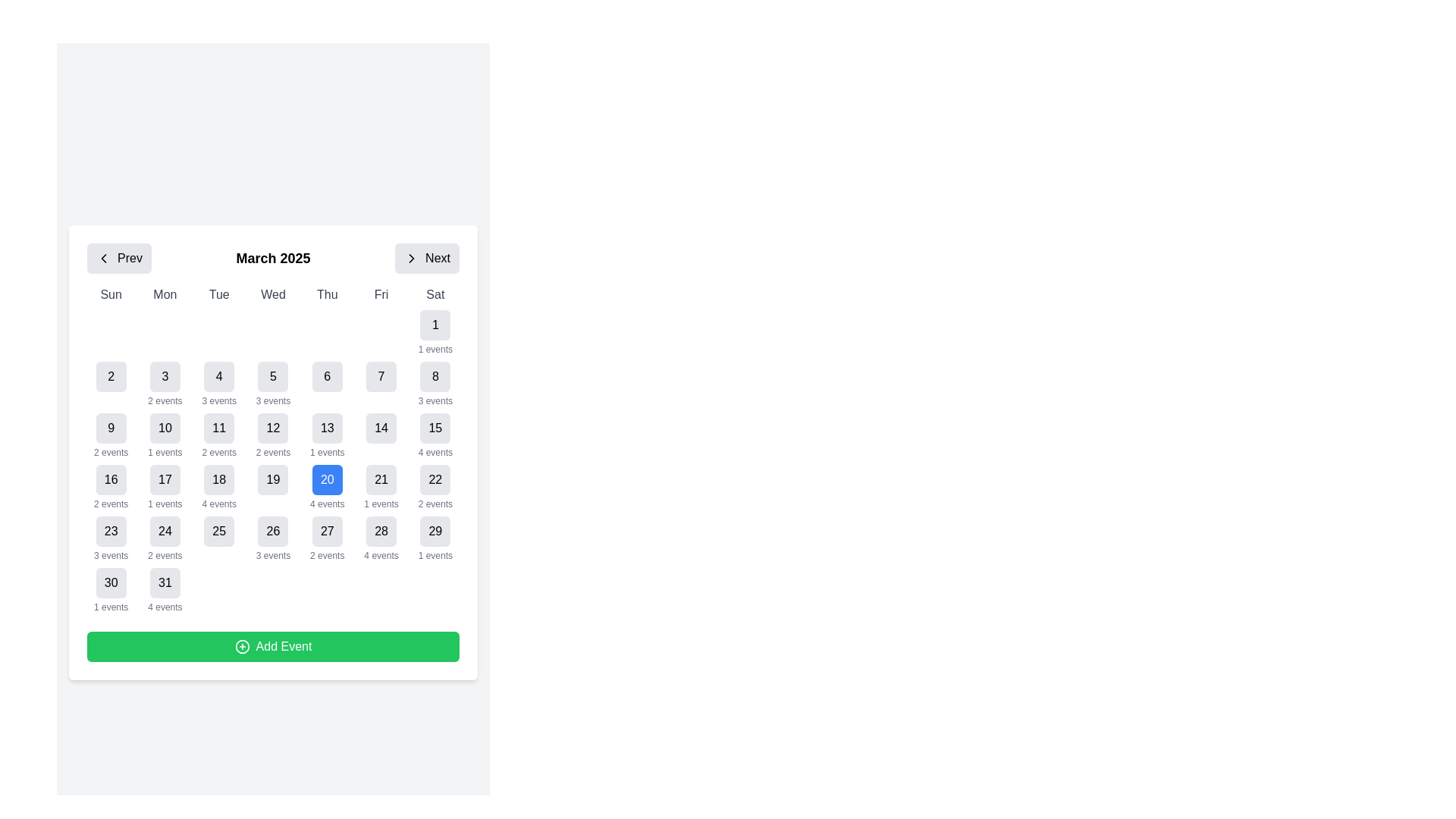 The image size is (1456, 819). Describe the element at coordinates (273, 531) in the screenshot. I see `the button representing the 26th date` at that location.